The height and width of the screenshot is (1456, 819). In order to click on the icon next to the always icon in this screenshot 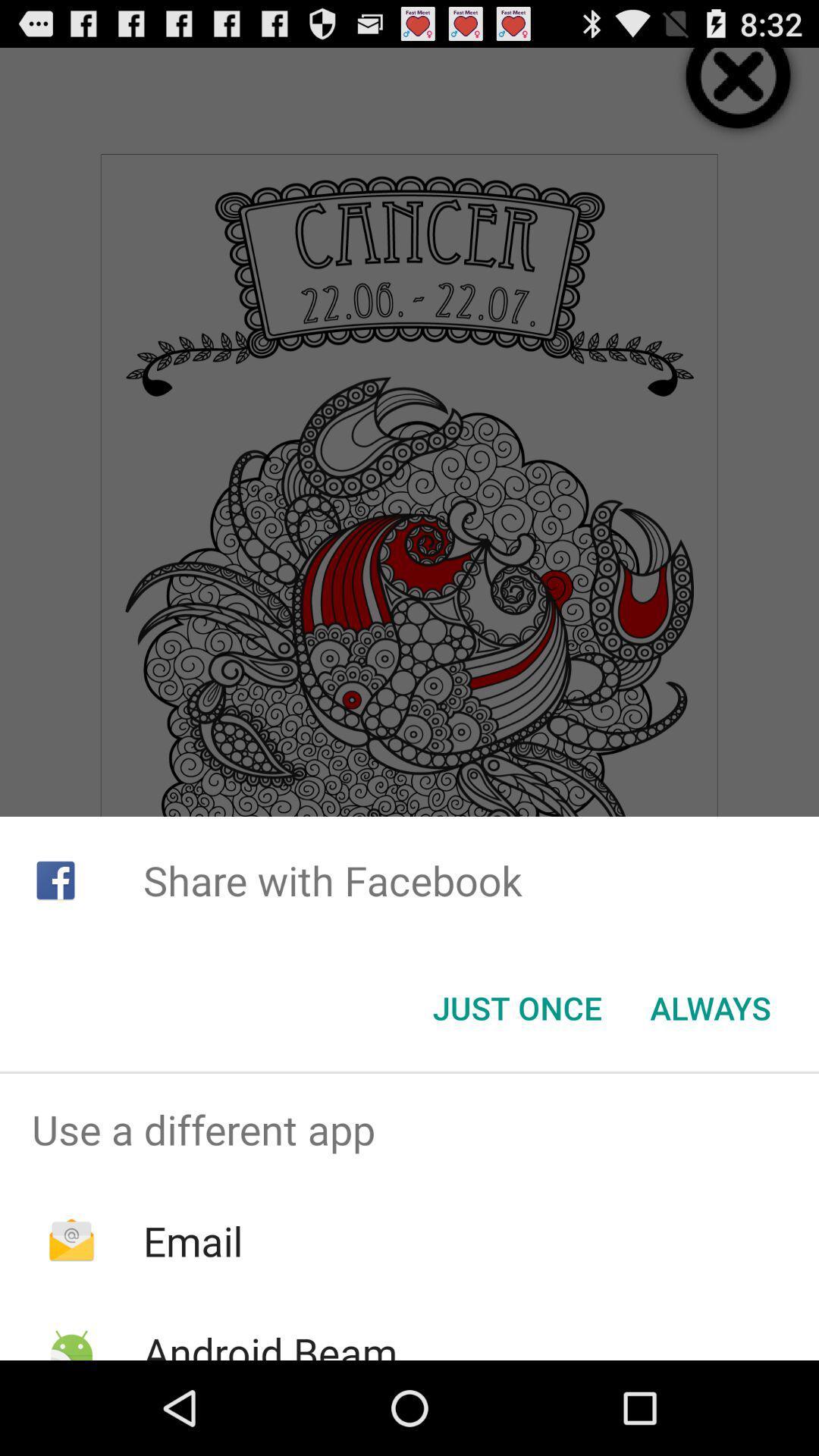, I will do `click(516, 1008)`.